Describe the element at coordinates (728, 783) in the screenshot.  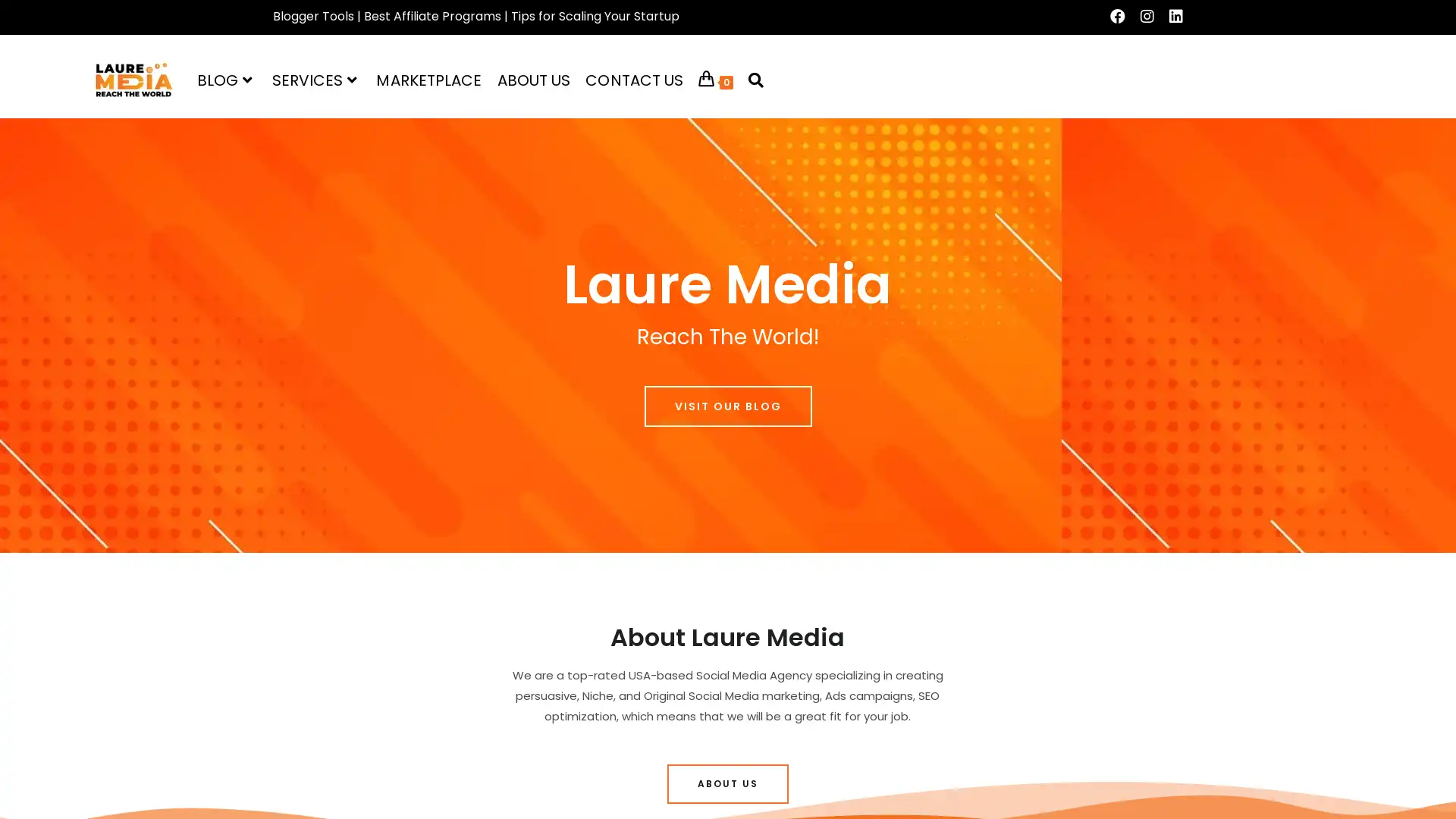
I see `ABOUT US` at that location.